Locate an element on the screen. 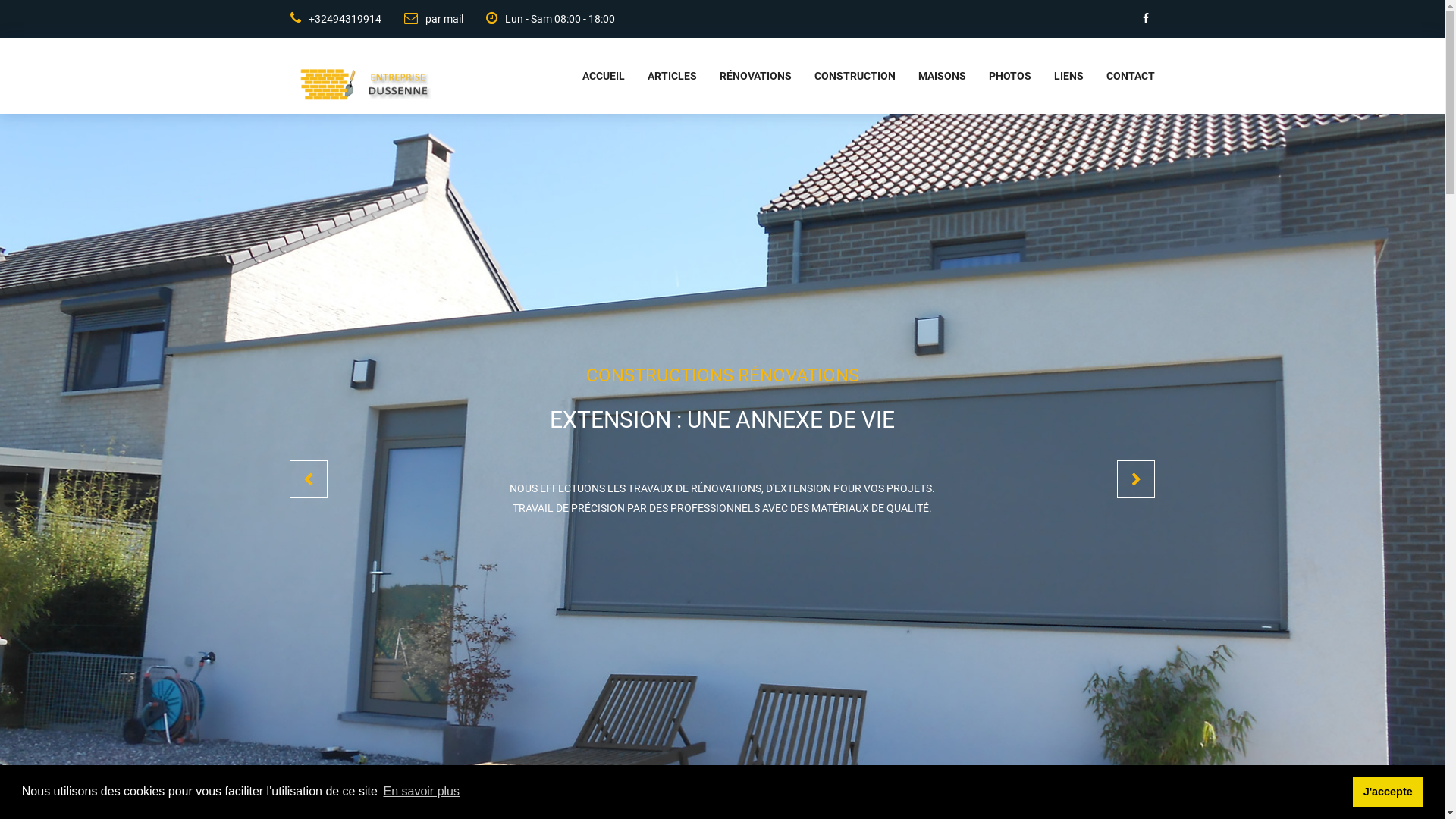 The height and width of the screenshot is (819, 1456). 'CONTACT' is located at coordinates (1118, 76).